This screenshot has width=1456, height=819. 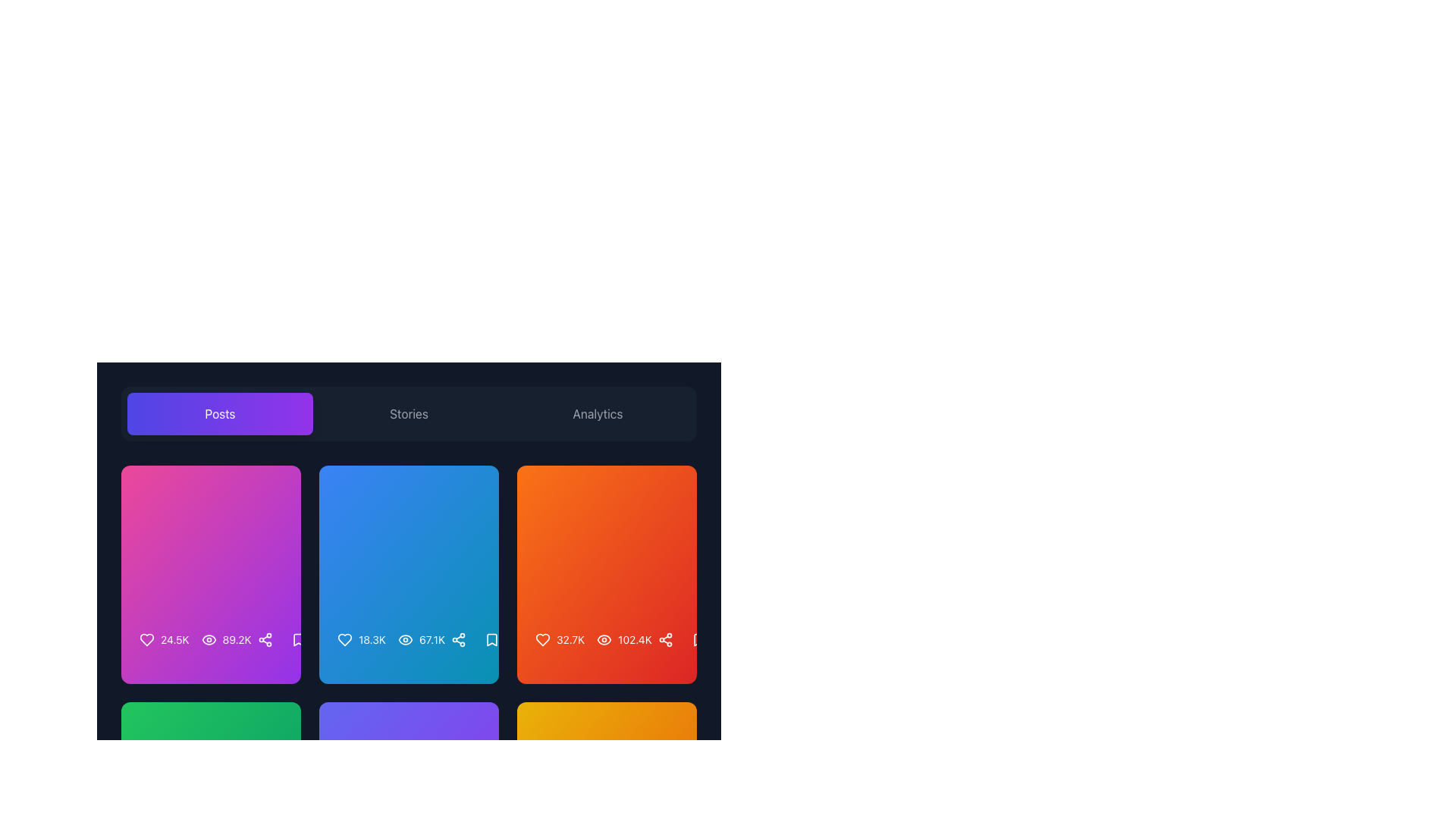 I want to click on the icons, so click(x=391, y=640).